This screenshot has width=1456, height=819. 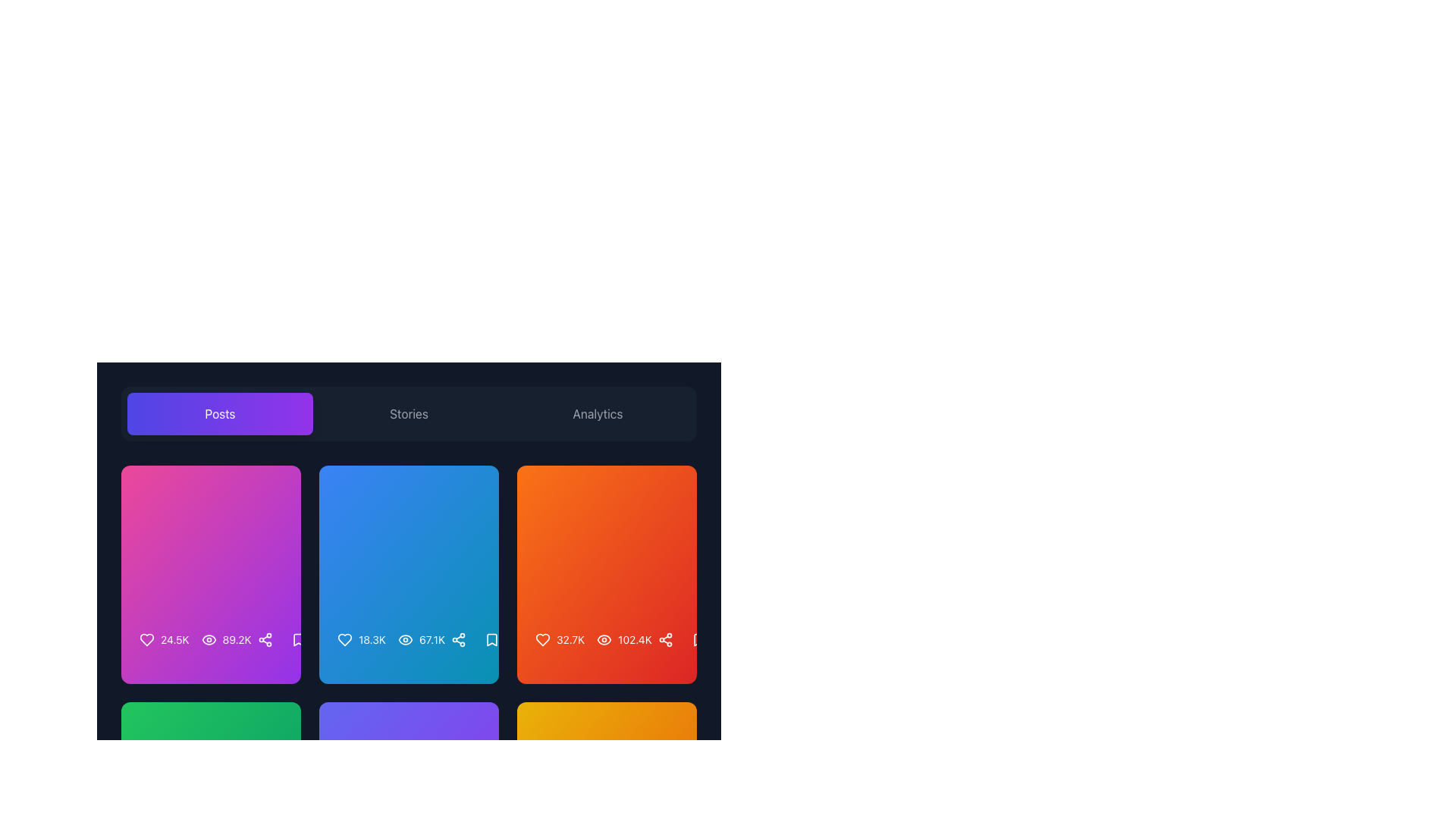 I want to click on the icons, so click(x=391, y=640).